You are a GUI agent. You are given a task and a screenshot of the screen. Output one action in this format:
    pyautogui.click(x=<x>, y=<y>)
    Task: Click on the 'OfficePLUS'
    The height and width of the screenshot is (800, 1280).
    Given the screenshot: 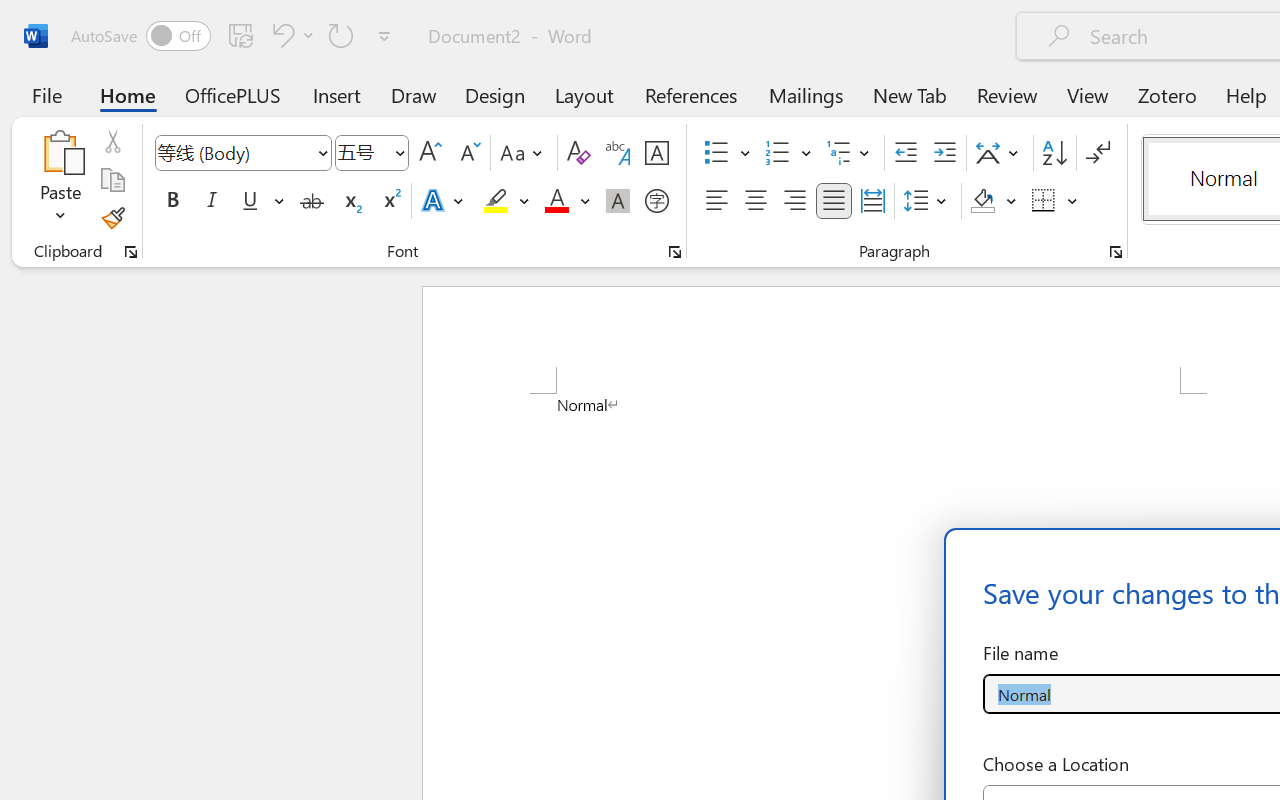 What is the action you would take?
    pyautogui.click(x=233, y=94)
    